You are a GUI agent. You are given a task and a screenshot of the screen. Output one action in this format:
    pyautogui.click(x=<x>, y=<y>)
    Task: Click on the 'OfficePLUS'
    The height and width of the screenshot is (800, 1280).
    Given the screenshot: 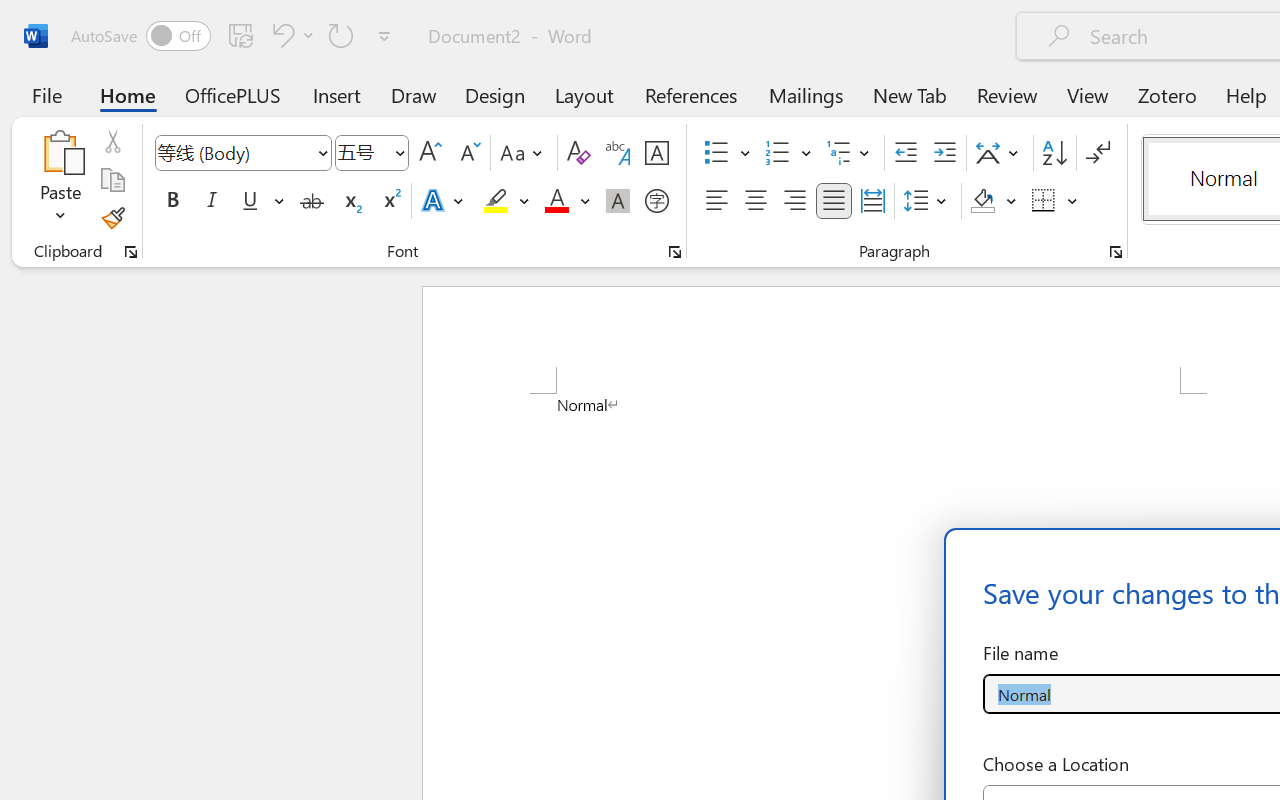 What is the action you would take?
    pyautogui.click(x=233, y=94)
    